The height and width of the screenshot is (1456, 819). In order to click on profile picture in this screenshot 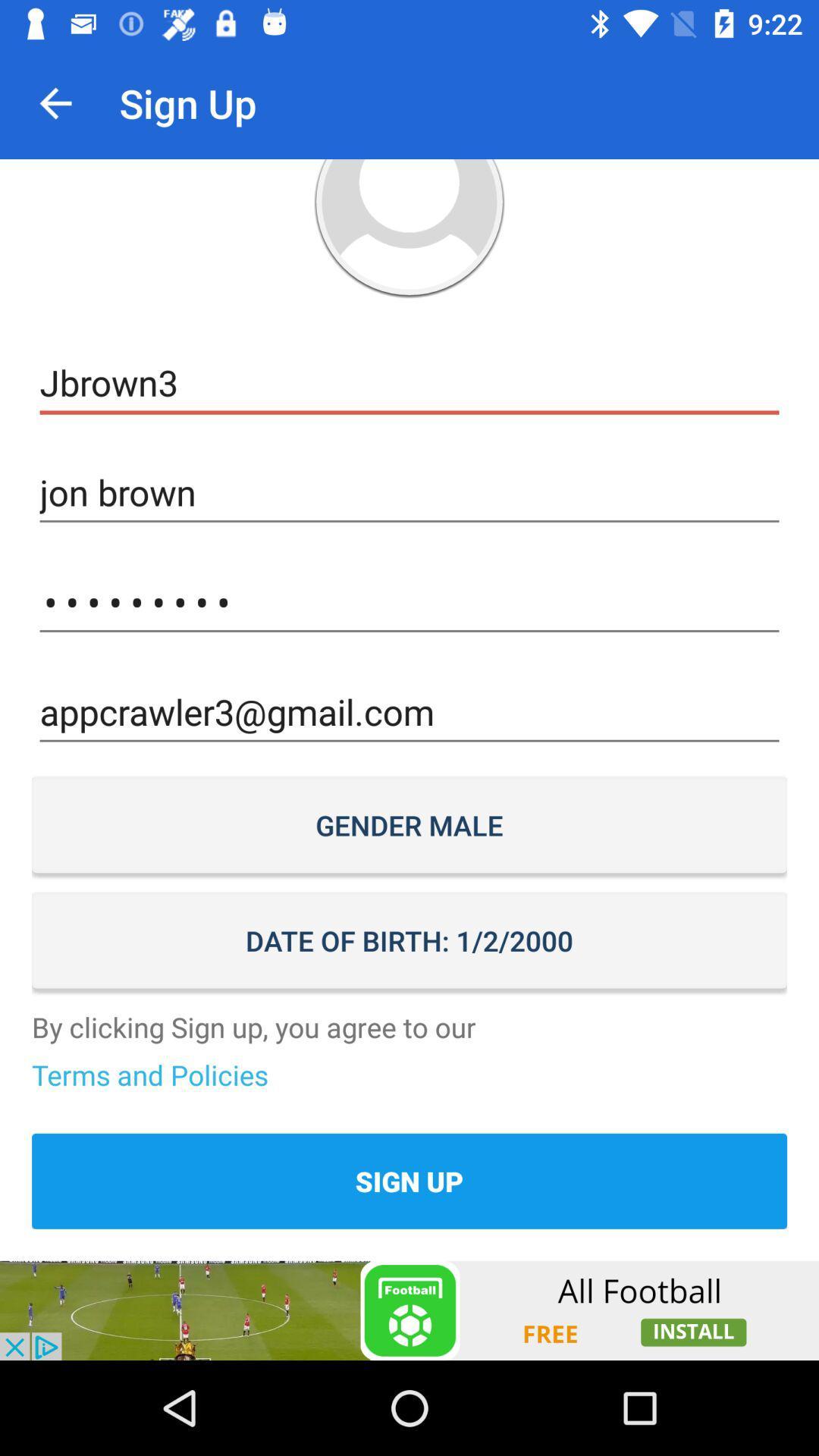, I will do `click(409, 227)`.